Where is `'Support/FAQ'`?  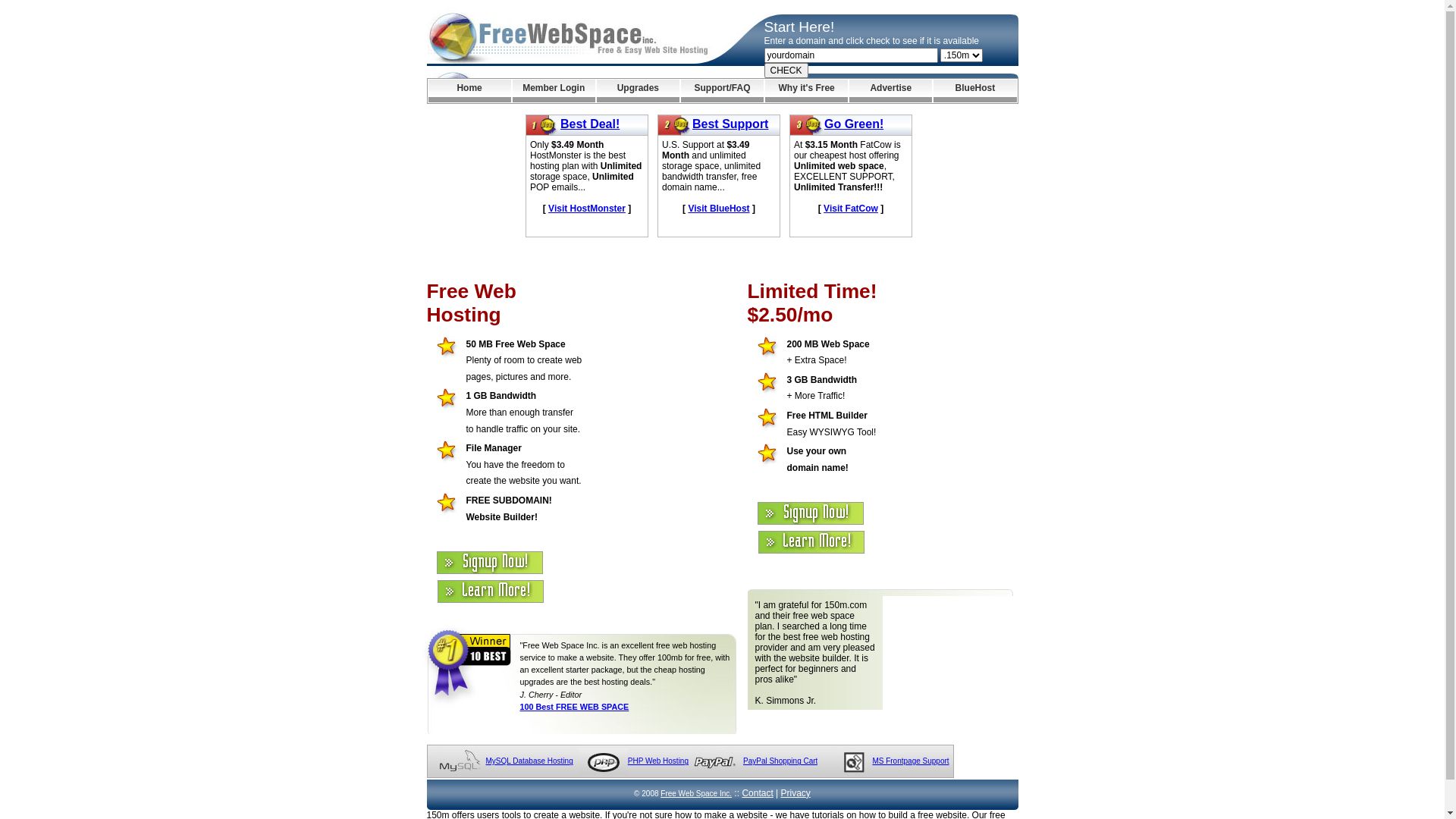
'Support/FAQ' is located at coordinates (679, 90).